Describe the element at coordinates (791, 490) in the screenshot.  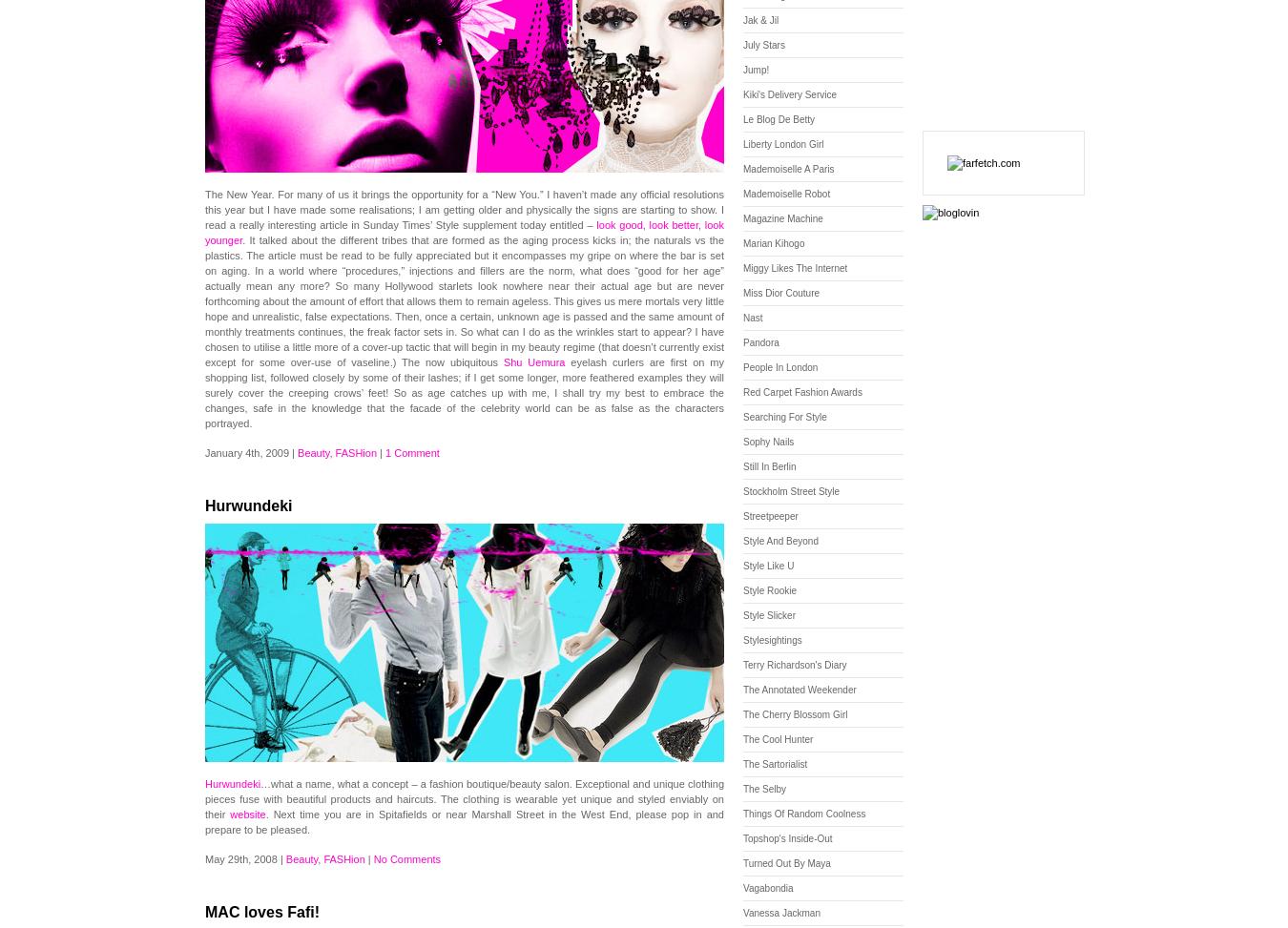
I see `'Stockholm Street Style'` at that location.